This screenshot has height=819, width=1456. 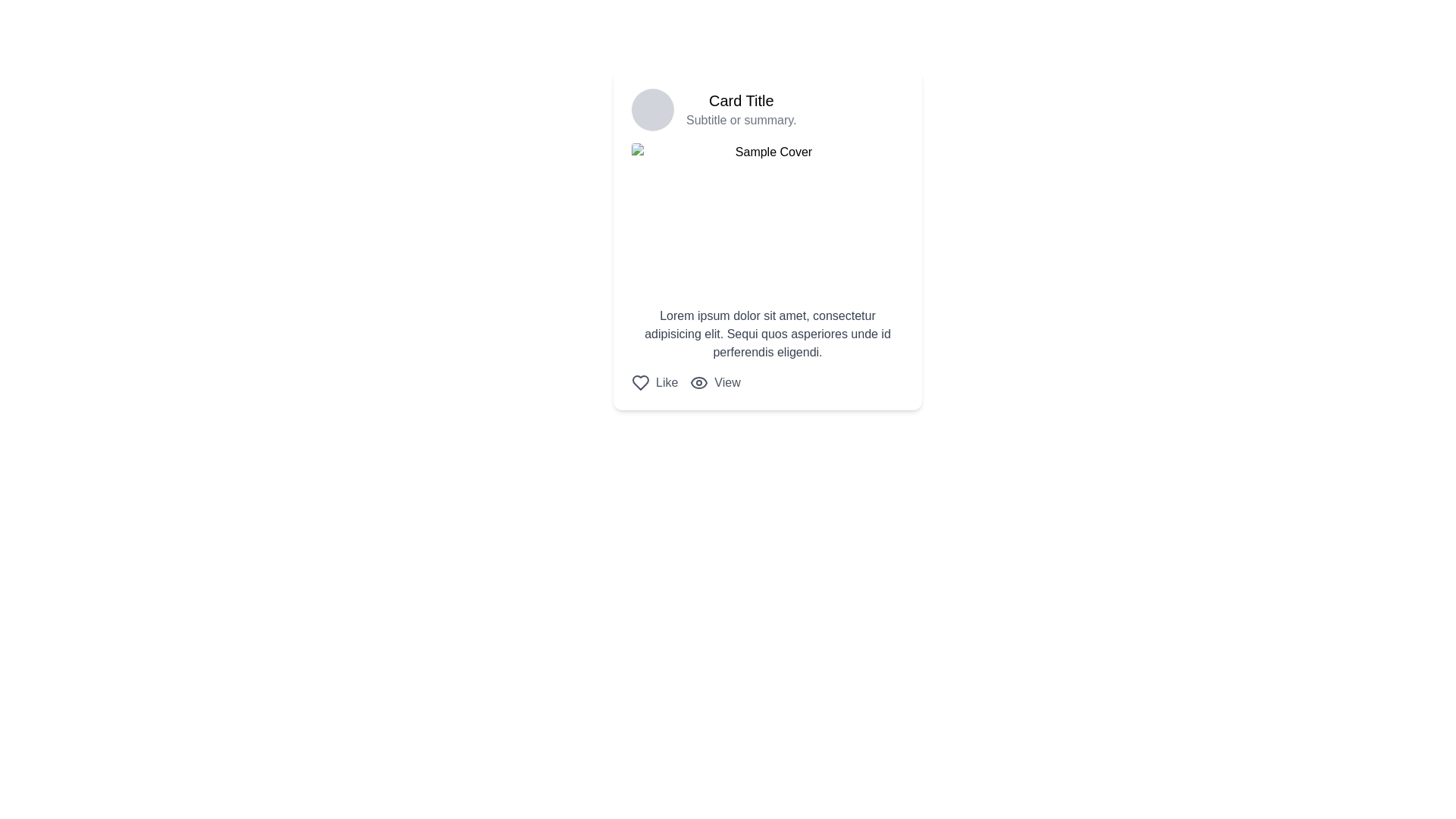 What do you see at coordinates (640, 382) in the screenshot?
I see `the heart-shaped SVG Vector Icon located at the bottom-left corner of the card layout` at bounding box center [640, 382].